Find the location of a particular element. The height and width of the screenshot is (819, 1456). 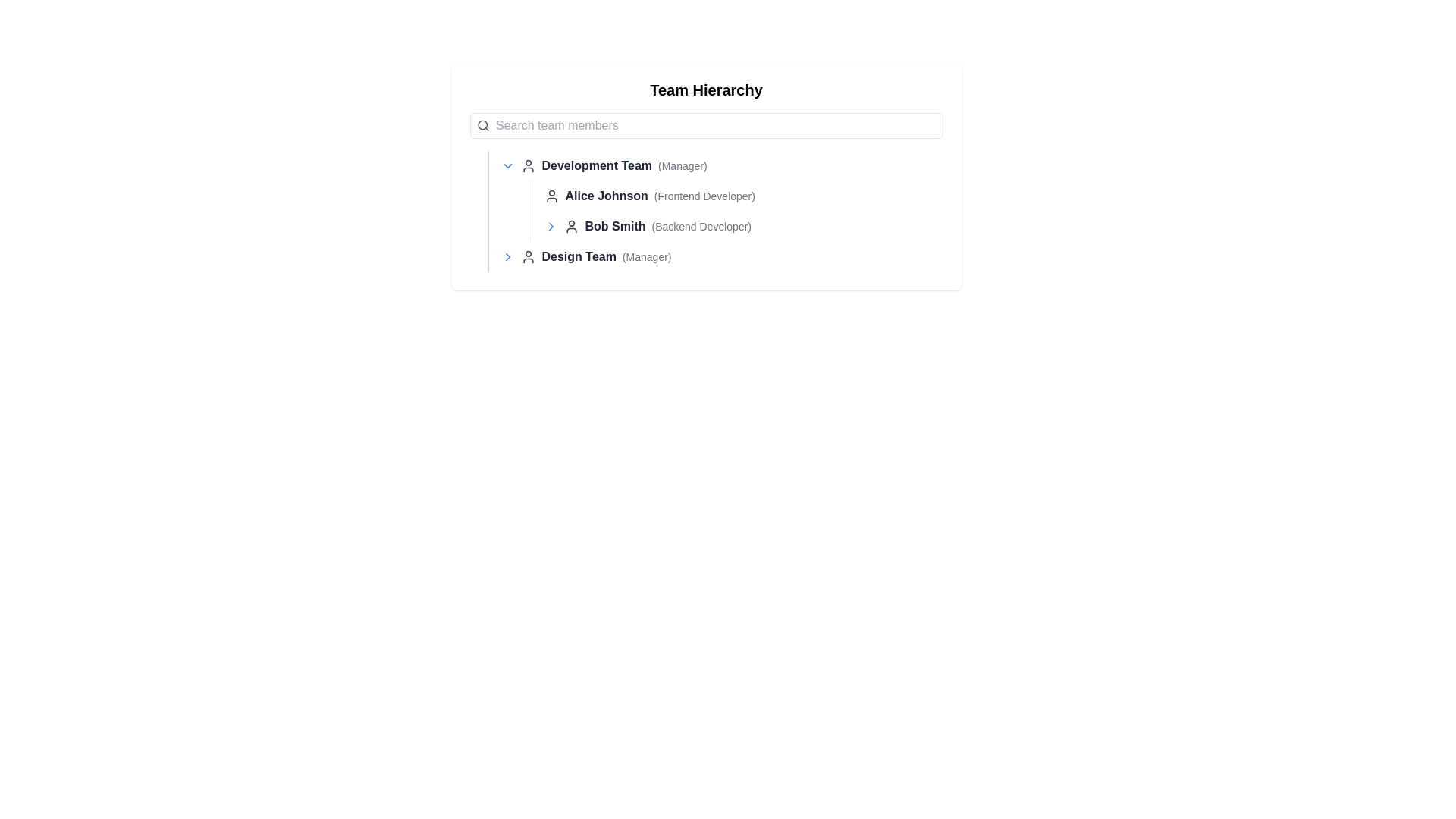

the down chevron next to the 'Development Team (Manager)' list item is located at coordinates (720, 166).